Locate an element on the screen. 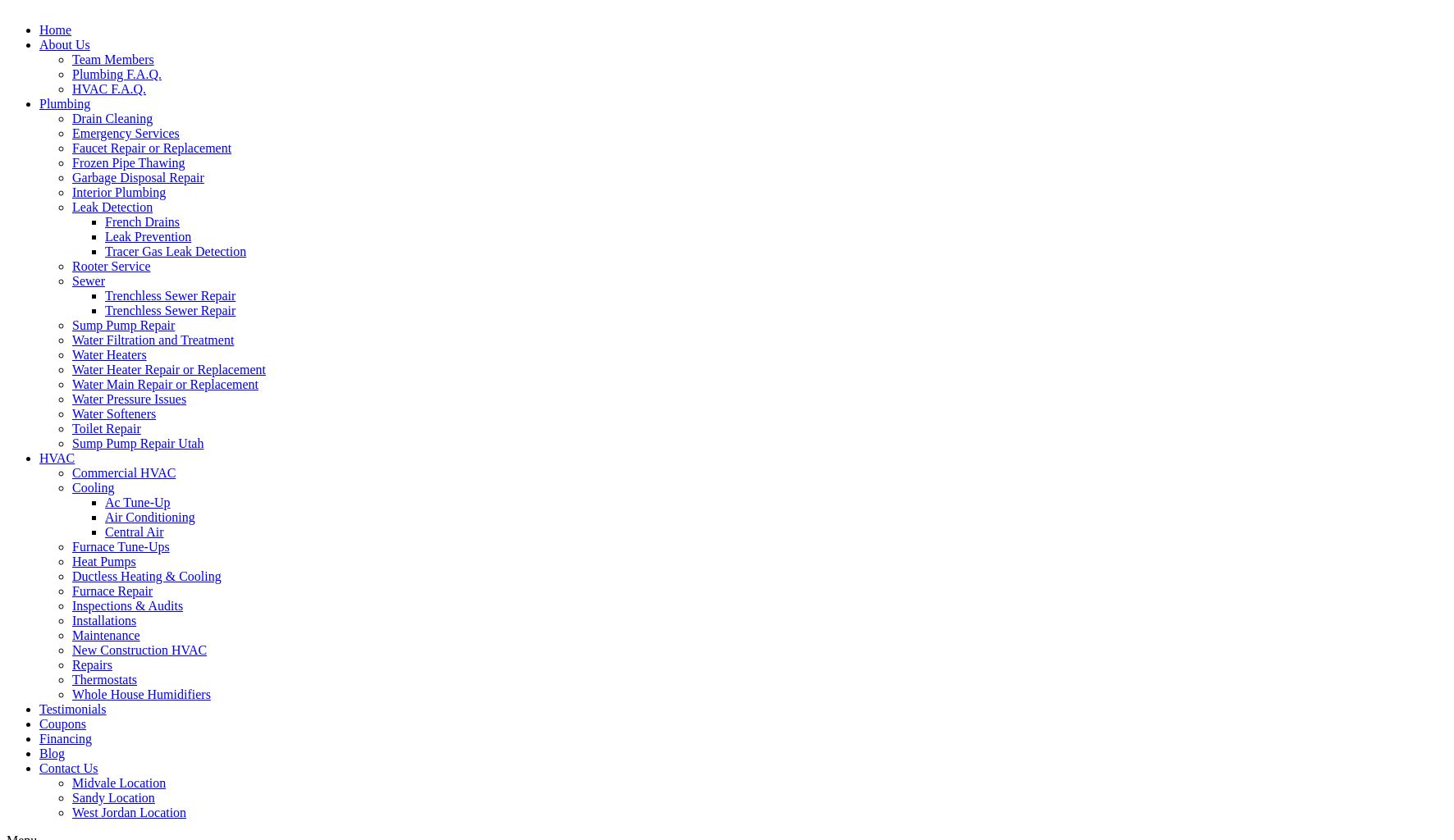 The width and height of the screenshot is (1454, 840). 'Plumbing' is located at coordinates (64, 103).